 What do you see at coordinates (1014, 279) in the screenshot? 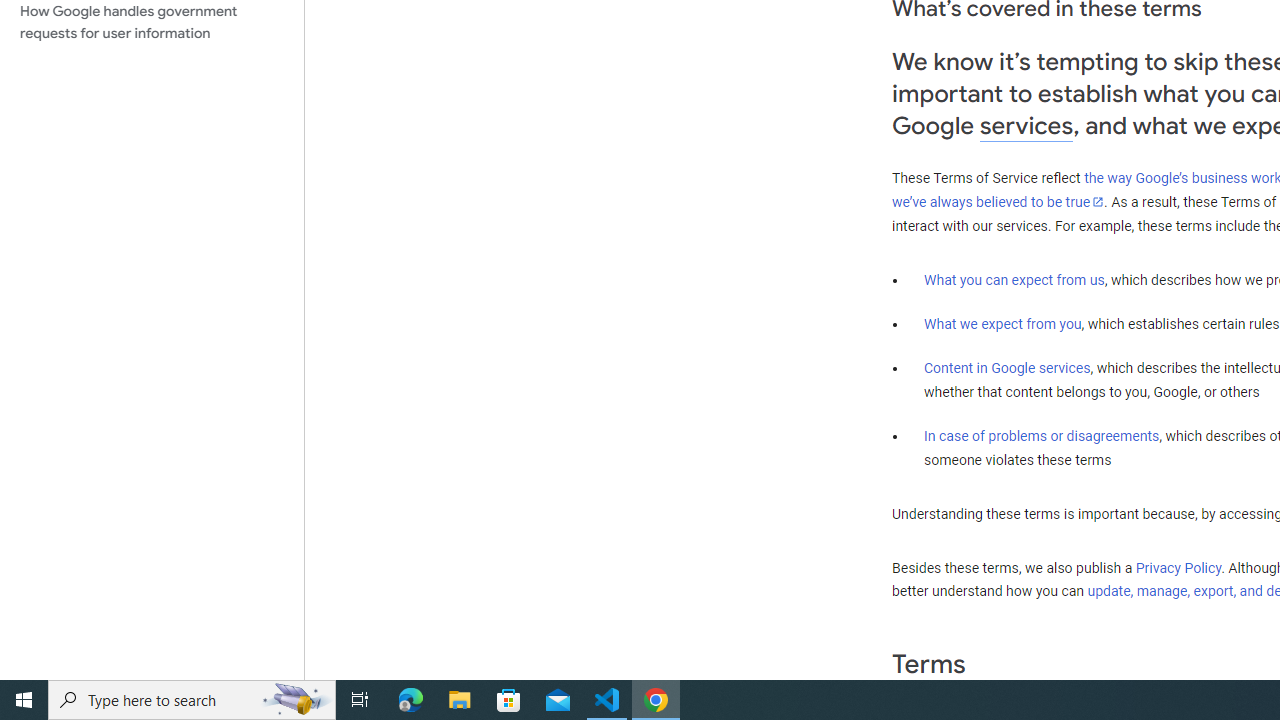
I see `'What you can expect from us'` at bounding box center [1014, 279].